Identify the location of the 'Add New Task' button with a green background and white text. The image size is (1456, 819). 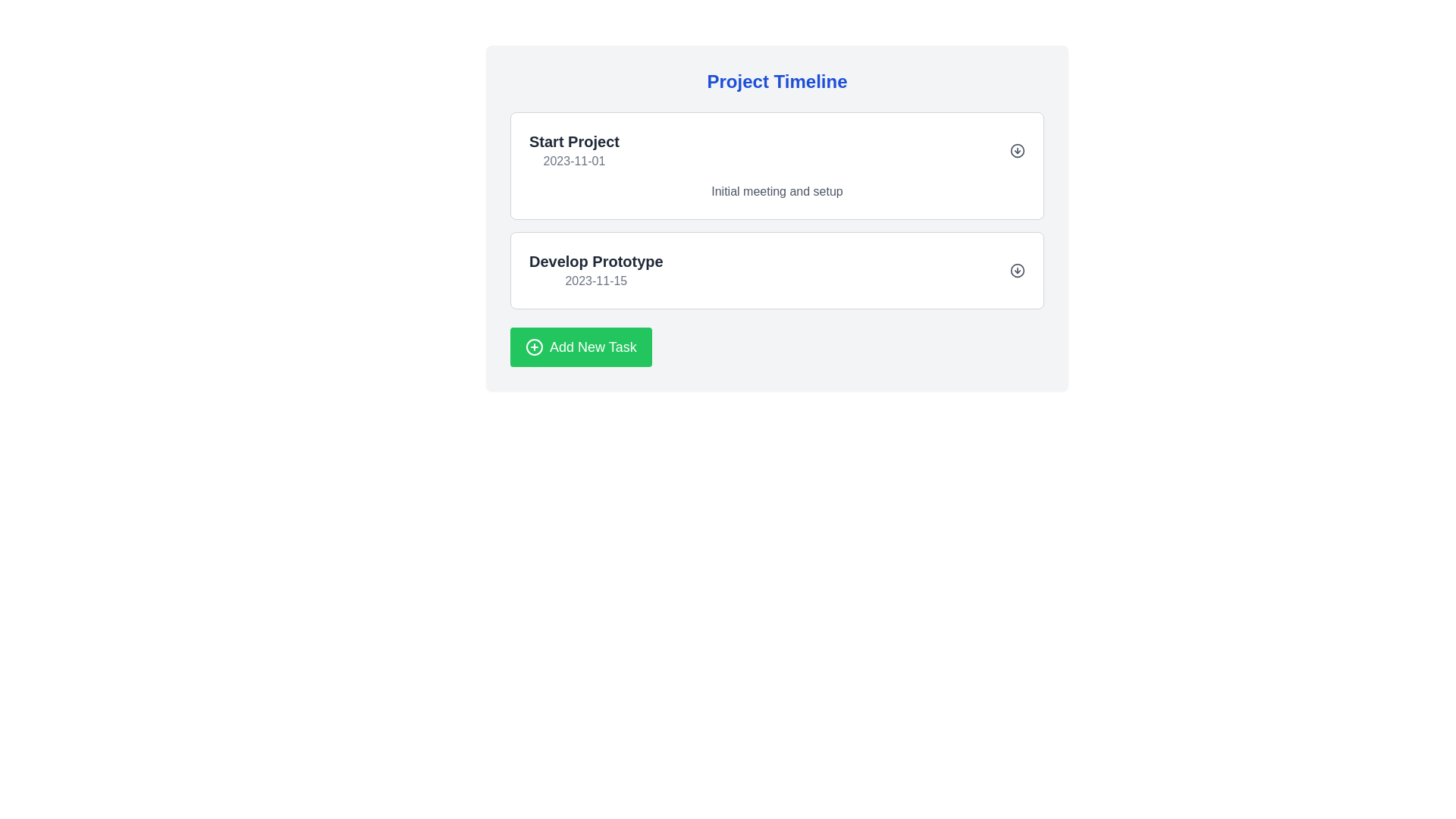
(580, 347).